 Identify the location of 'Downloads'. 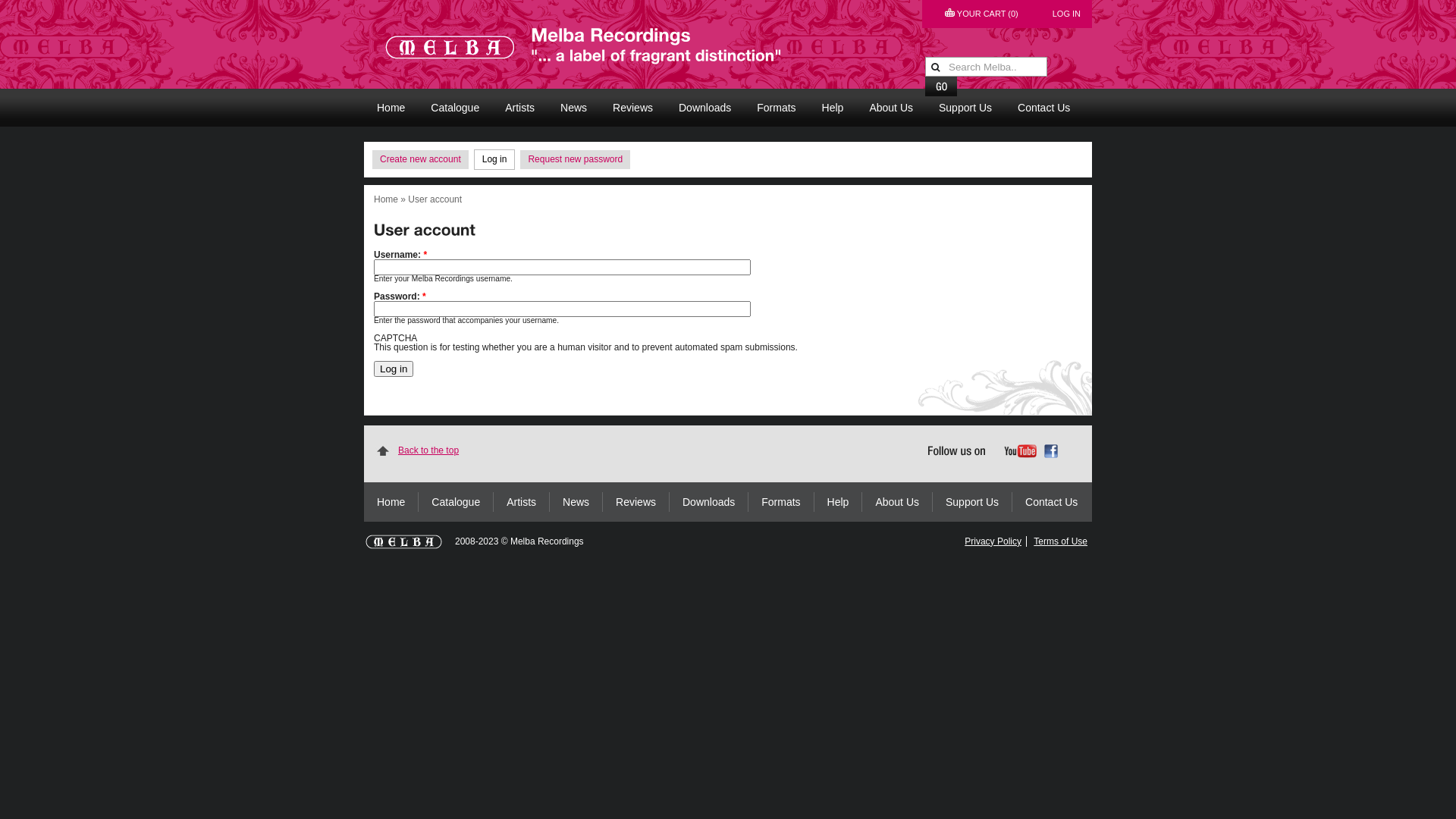
(704, 107).